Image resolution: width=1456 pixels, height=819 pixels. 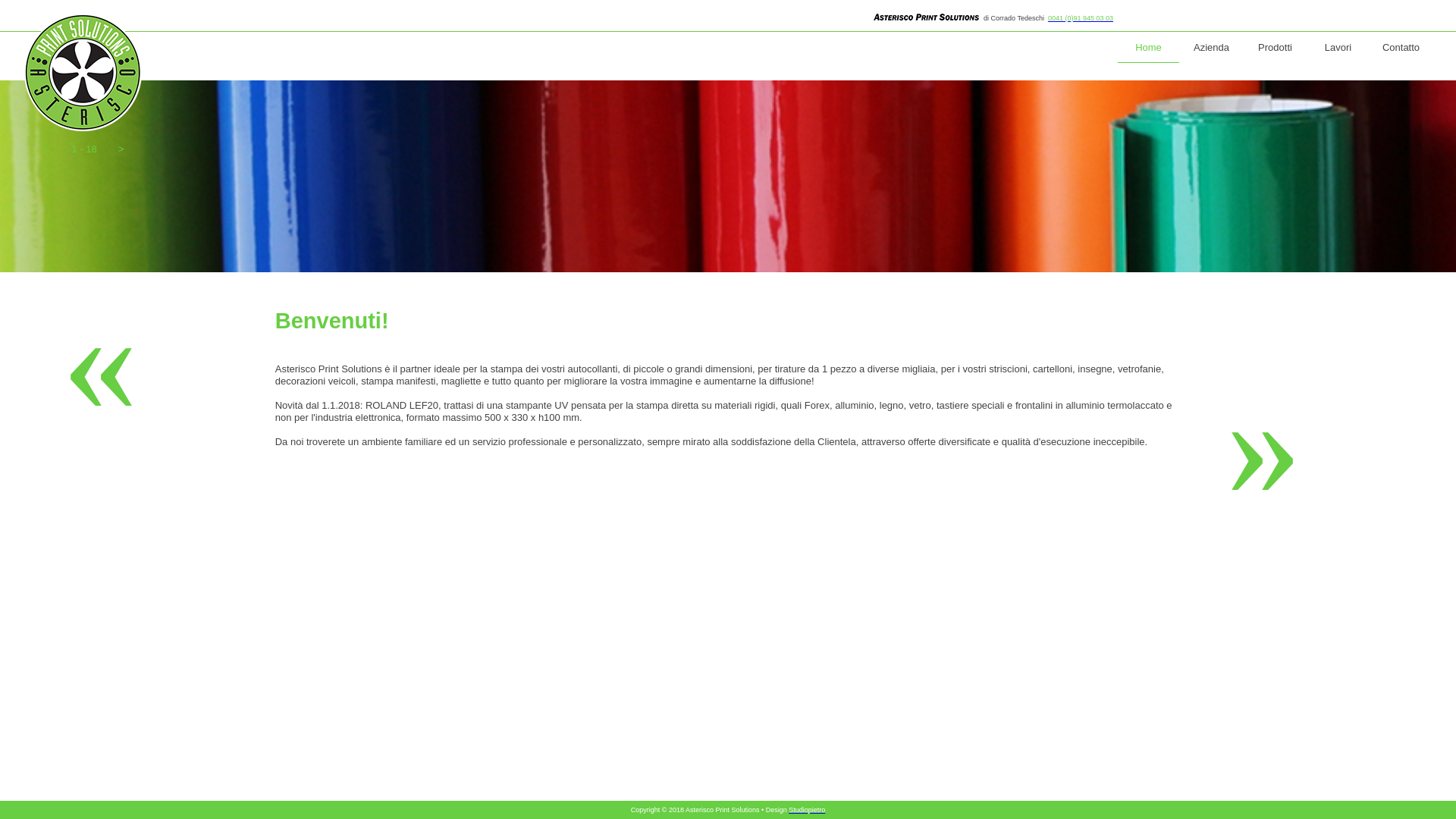 I want to click on 'Home', so click(x=1148, y=48).